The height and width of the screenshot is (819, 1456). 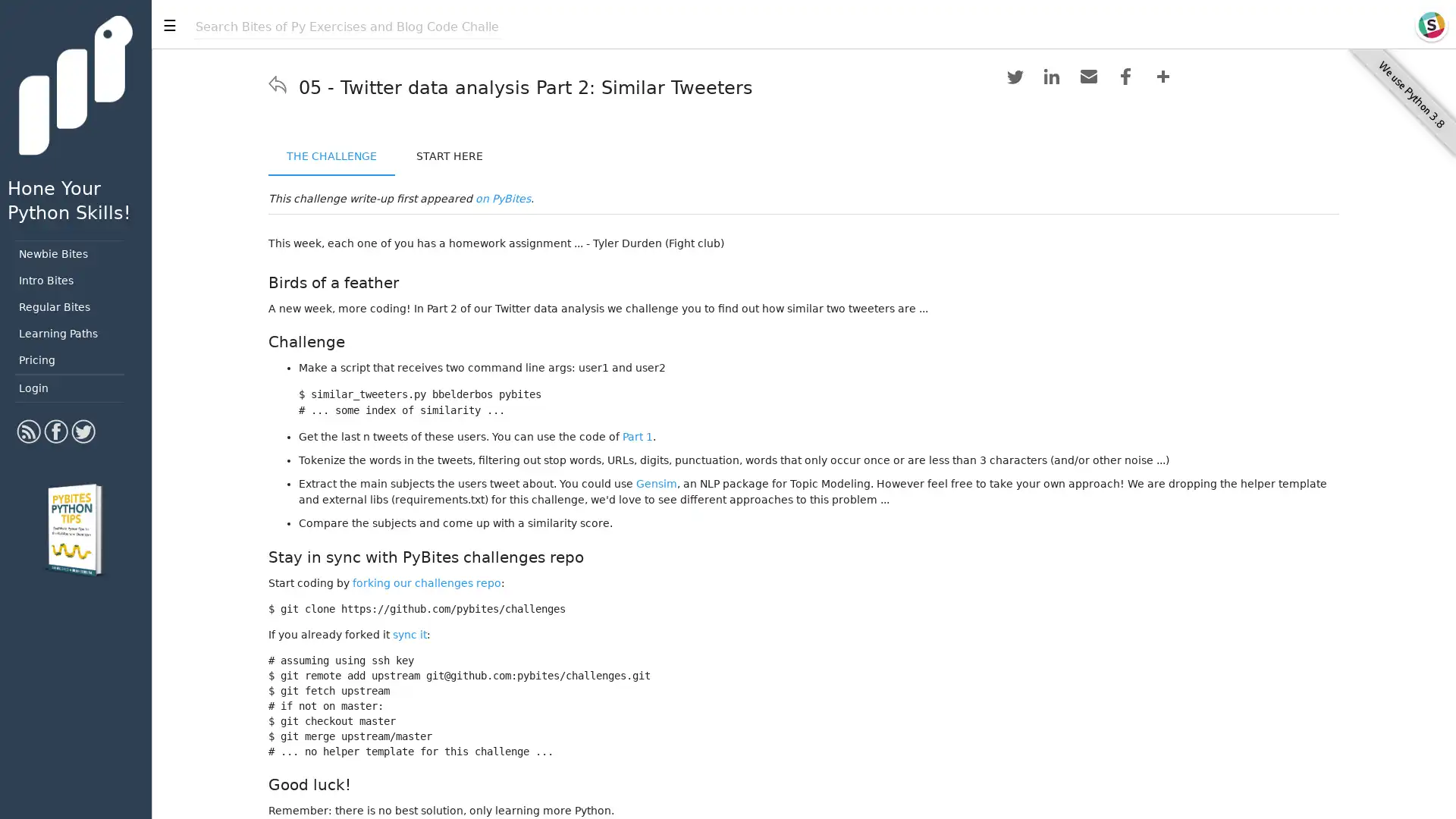 I want to click on Share to Facebook, so click(x=1119, y=76).